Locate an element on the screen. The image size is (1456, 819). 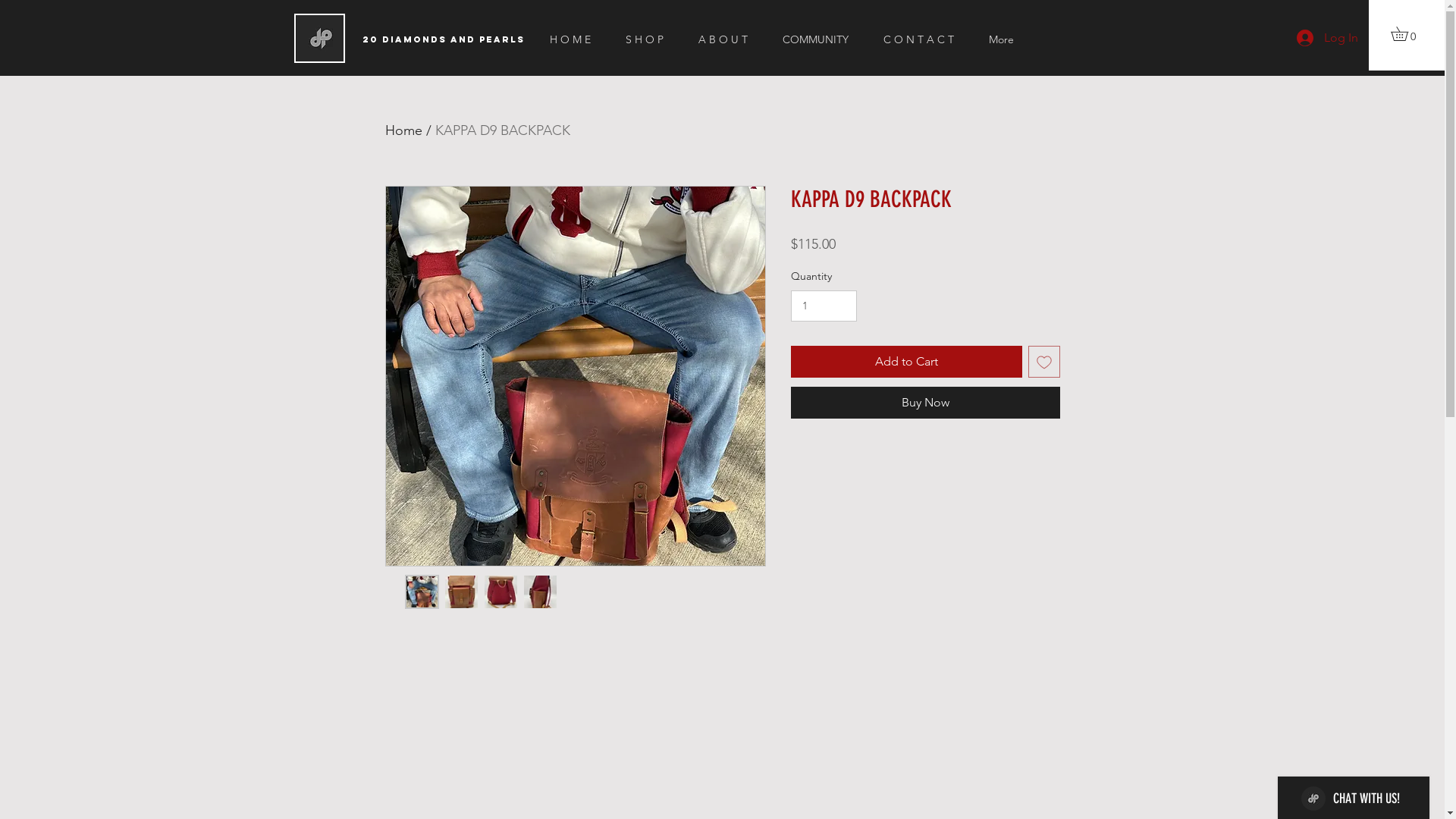
'C O N T A C T' is located at coordinates (924, 38).